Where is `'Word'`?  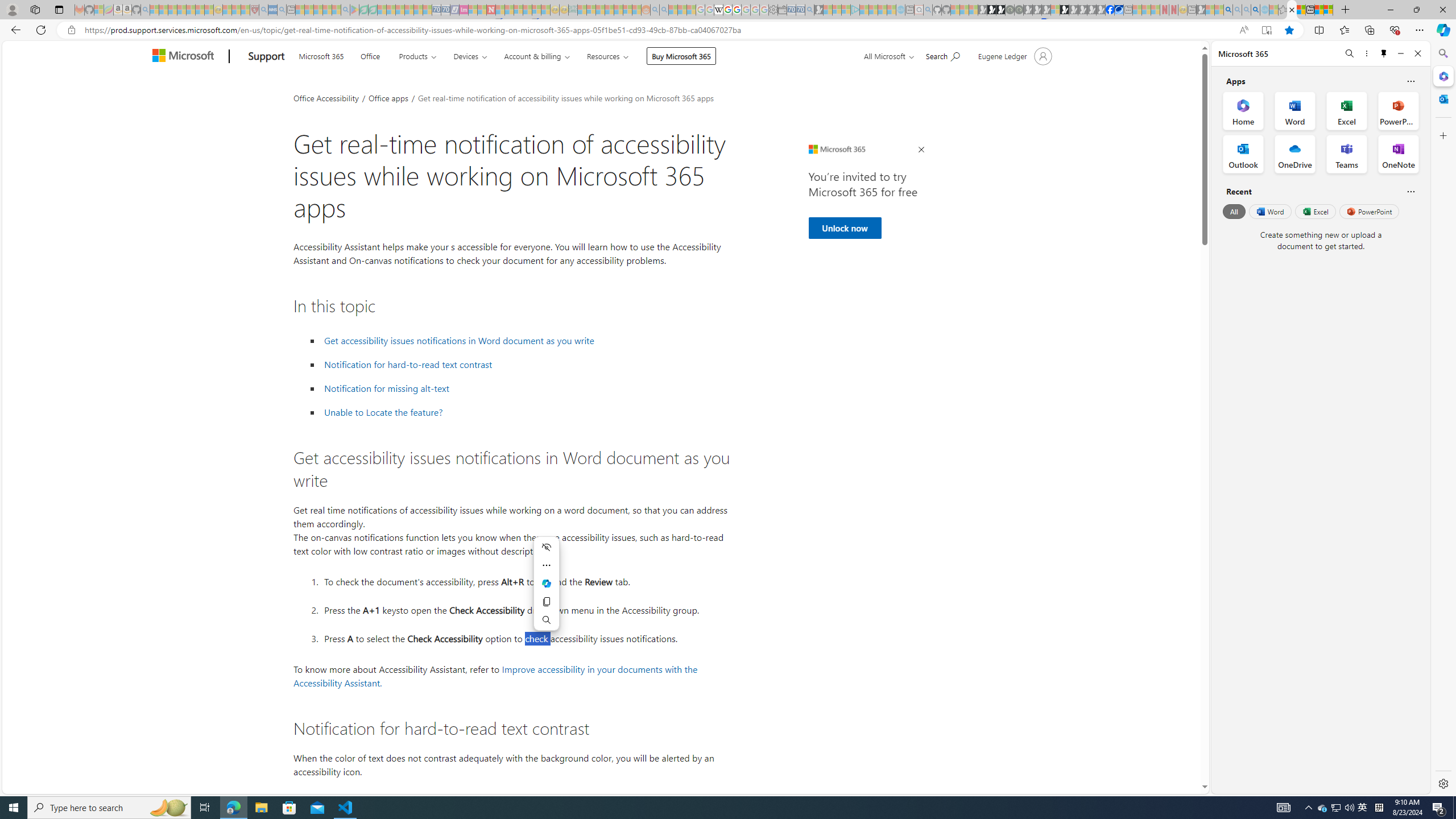 'Word' is located at coordinates (1269, 211).